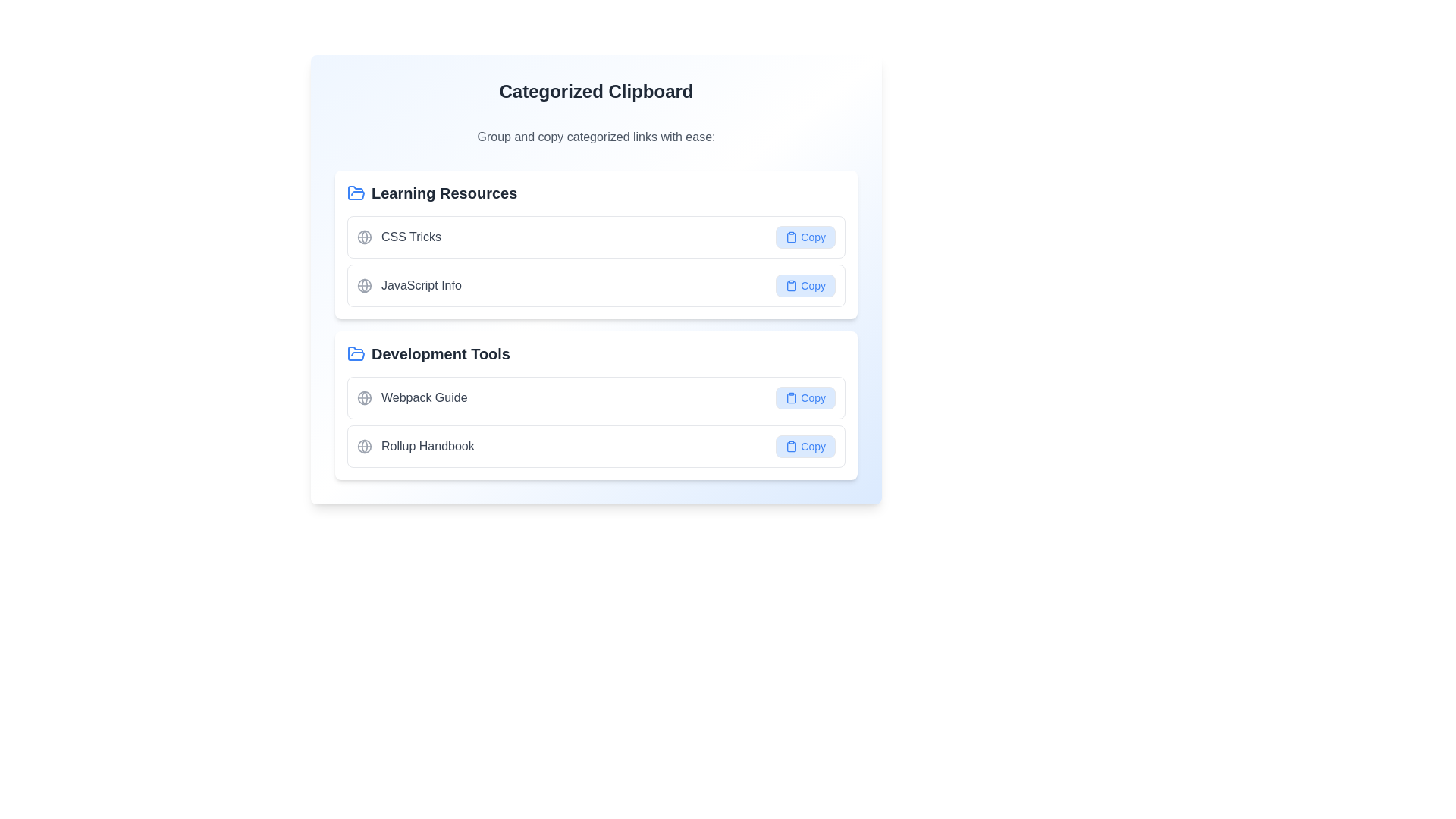 Image resolution: width=1456 pixels, height=819 pixels. What do you see at coordinates (421, 286) in the screenshot?
I see `the text label displaying 'JavaScript Info'` at bounding box center [421, 286].